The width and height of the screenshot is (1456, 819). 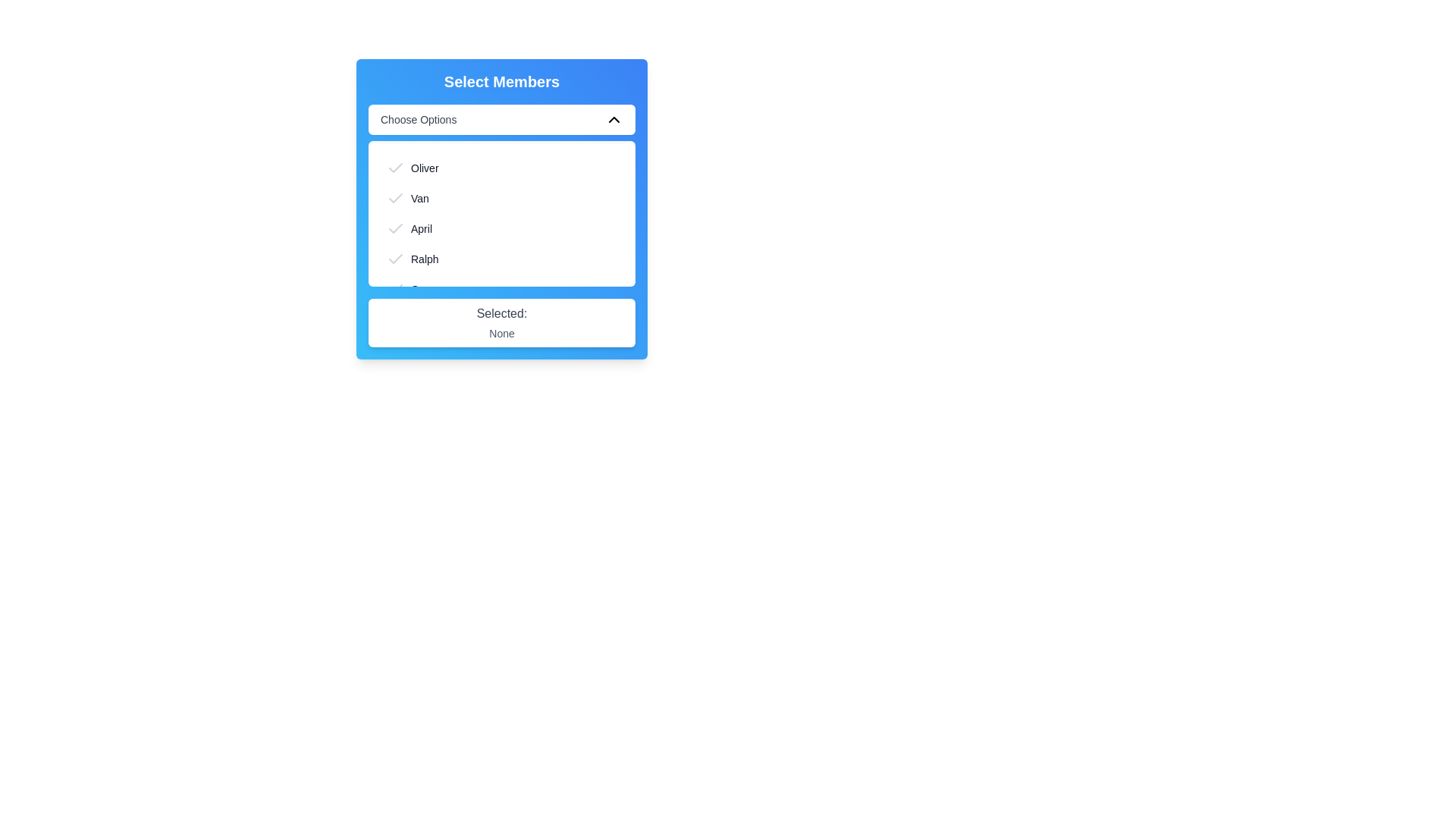 What do you see at coordinates (502, 119) in the screenshot?
I see `the Dropdown trigger button located below the 'Select Members' title` at bounding box center [502, 119].